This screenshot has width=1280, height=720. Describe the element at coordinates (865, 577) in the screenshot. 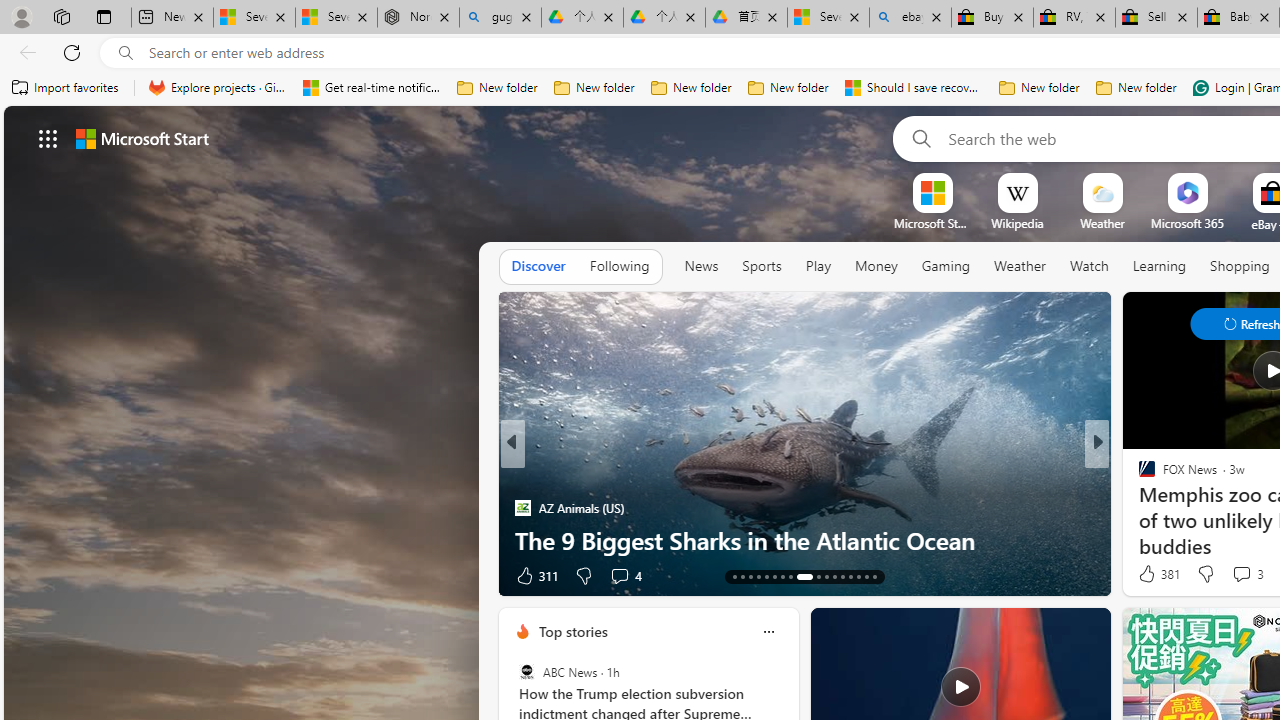

I see `'AutomationID: tab-28'` at that location.